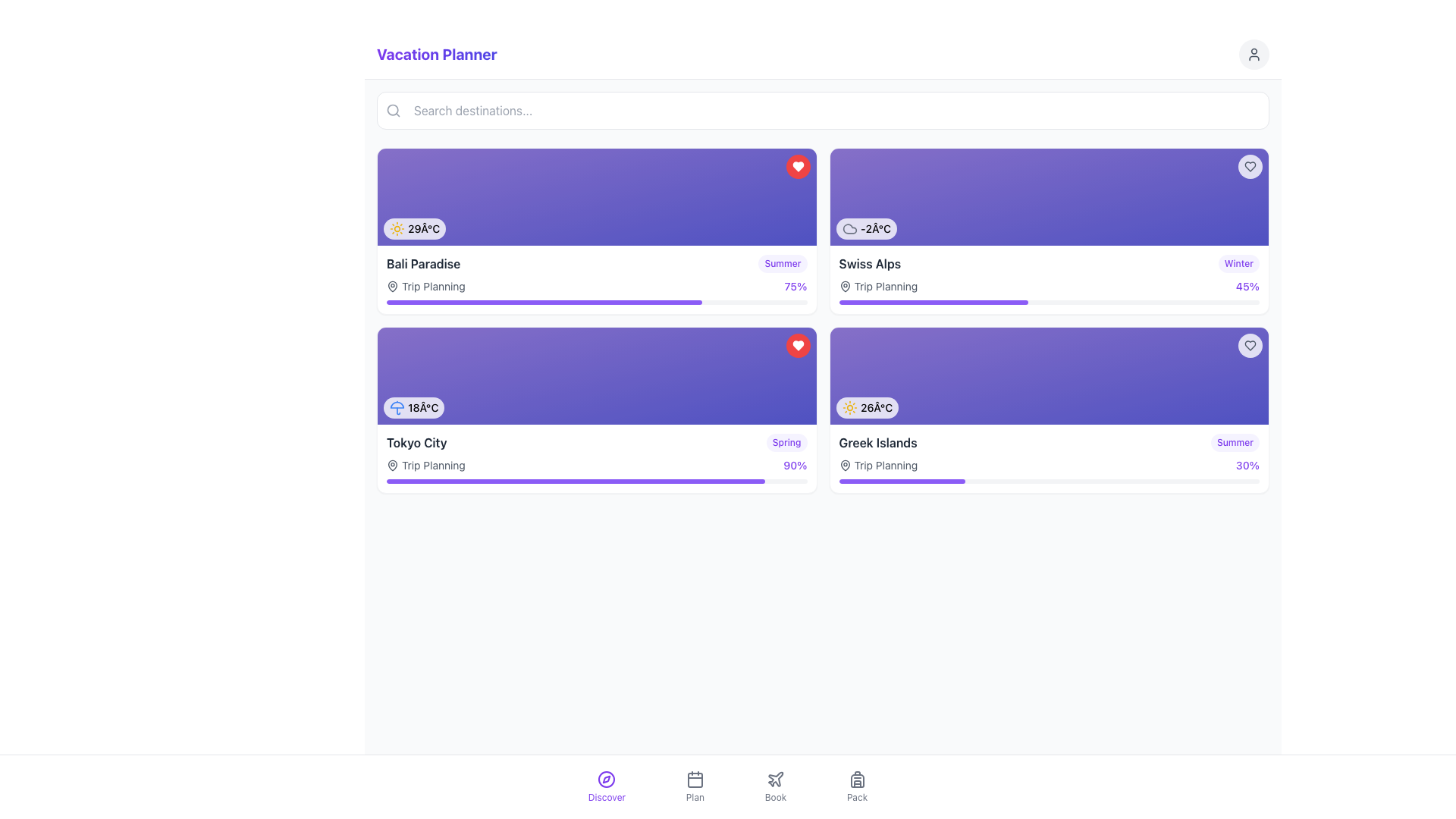 This screenshot has height=819, width=1456. Describe the element at coordinates (849, 406) in the screenshot. I see `the sun icon, which is a yellow icon with rounded edges and a line outline, located at the leftmost side of the temperature indicator displaying '26Â°C'` at that location.